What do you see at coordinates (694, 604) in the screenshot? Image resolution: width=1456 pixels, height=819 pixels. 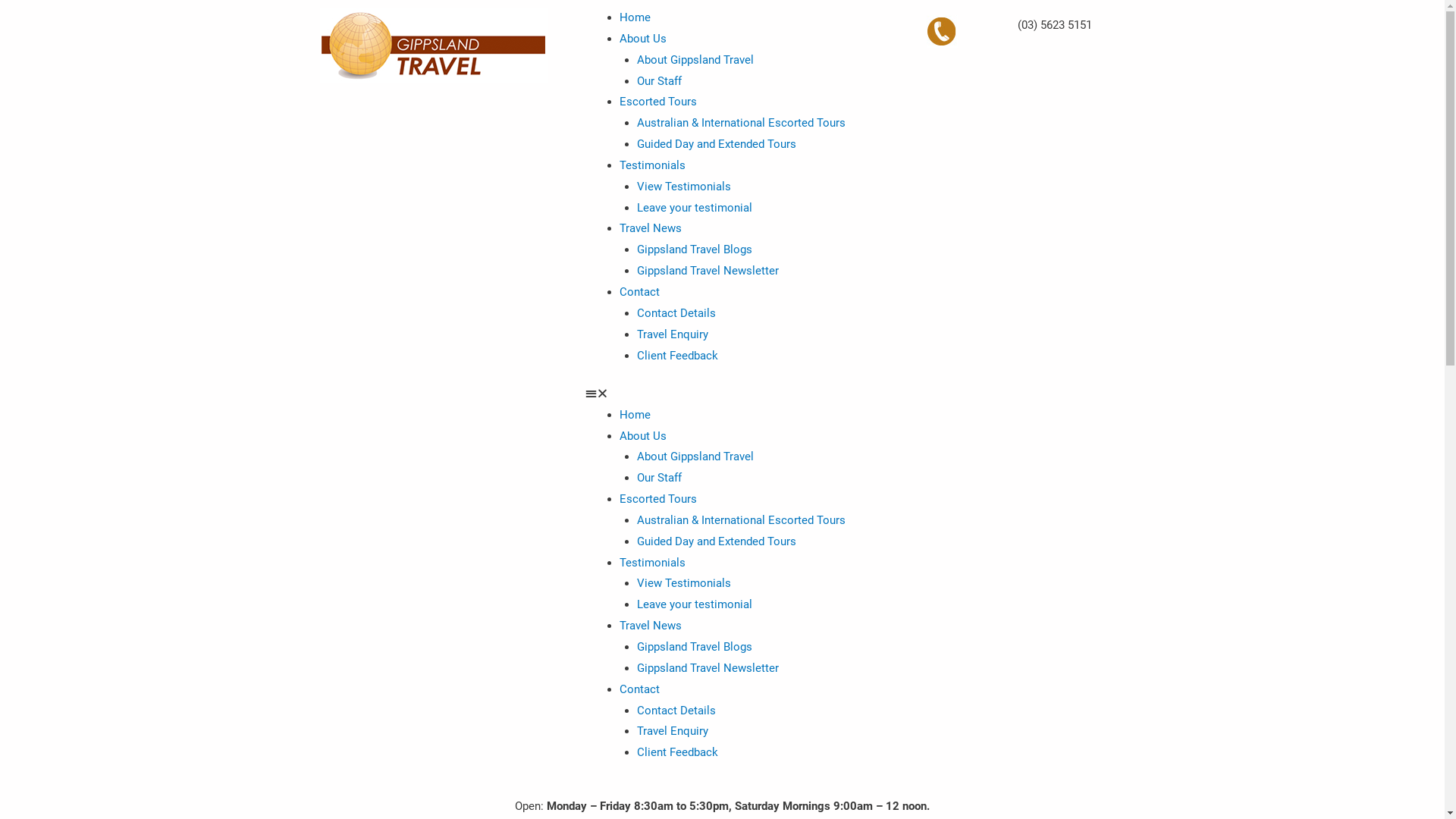 I see `'Leave your testimonial'` at bounding box center [694, 604].